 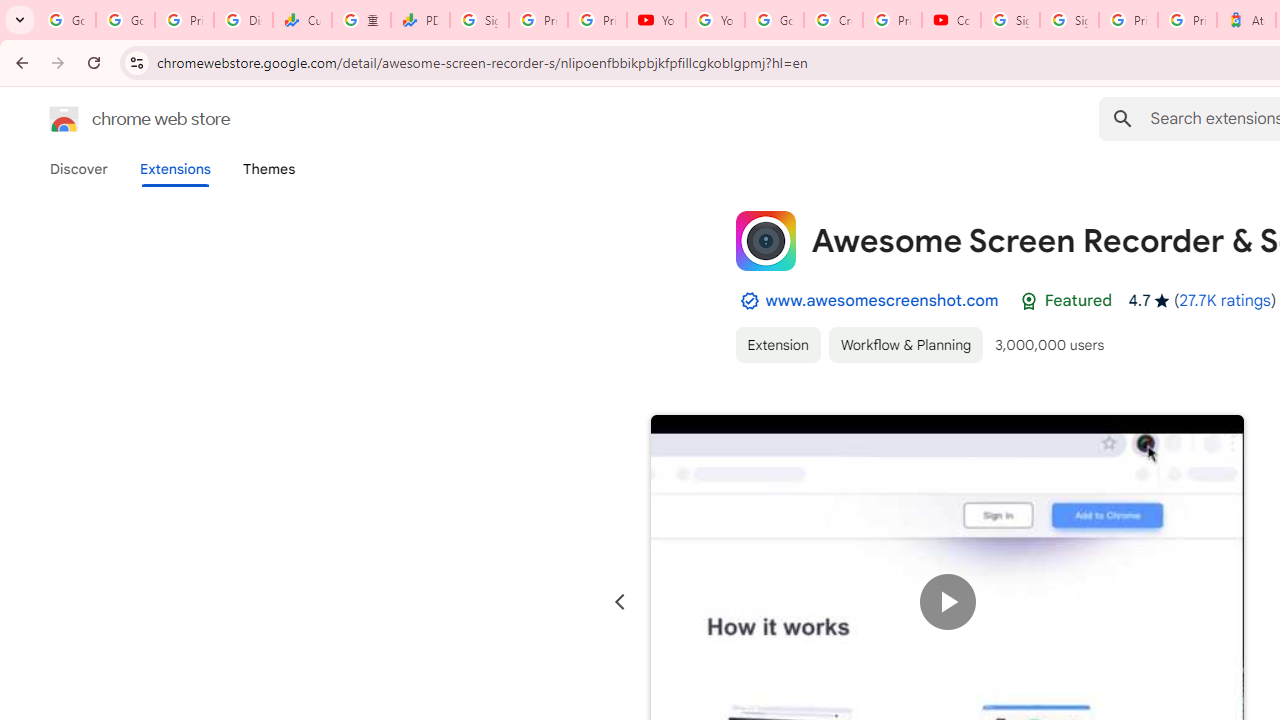 I want to click on 'YouTube', so click(x=656, y=20).